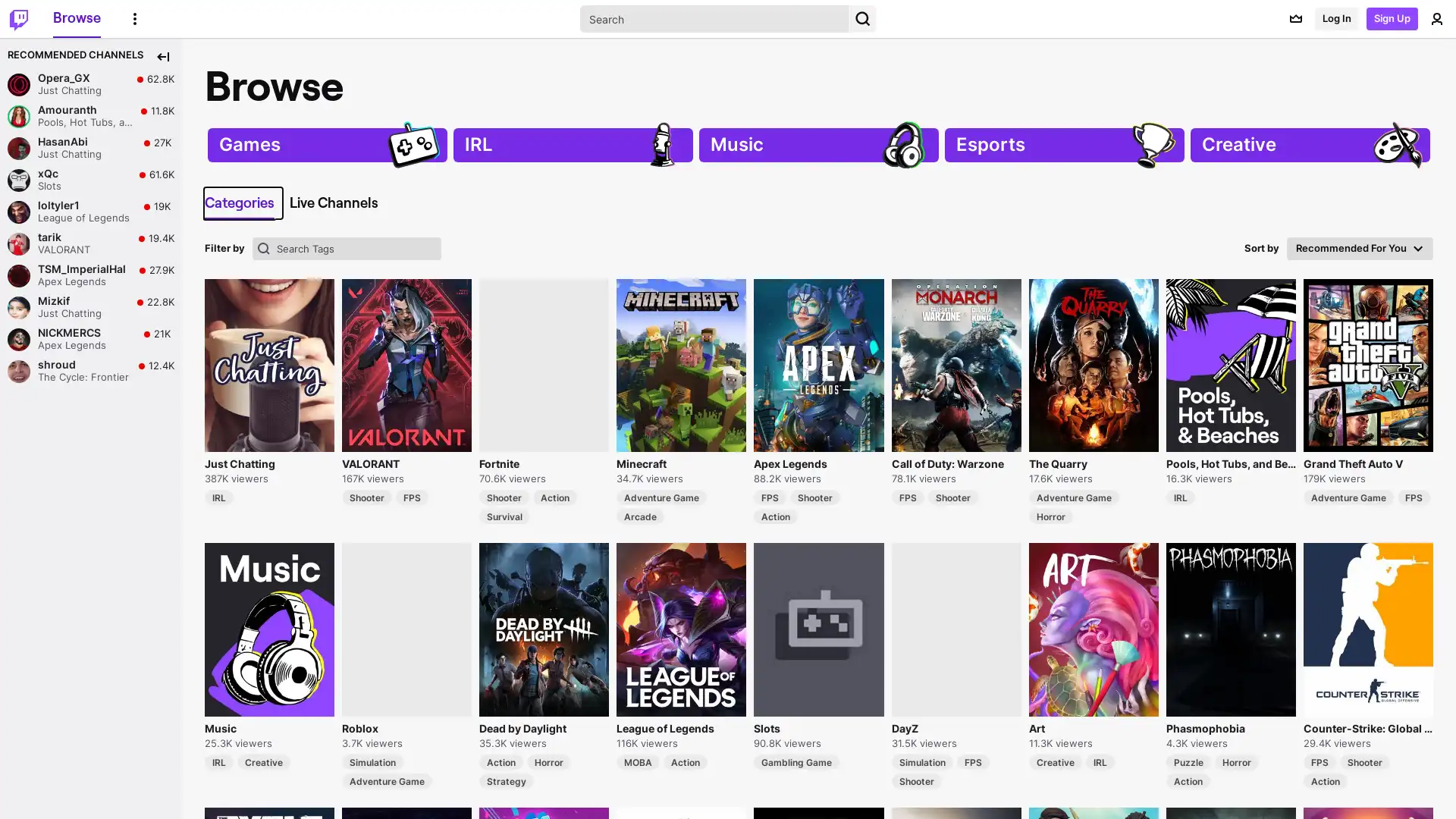 The image size is (1456, 819). Describe the element at coordinates (1360, 247) in the screenshot. I see `Recommended For You` at that location.